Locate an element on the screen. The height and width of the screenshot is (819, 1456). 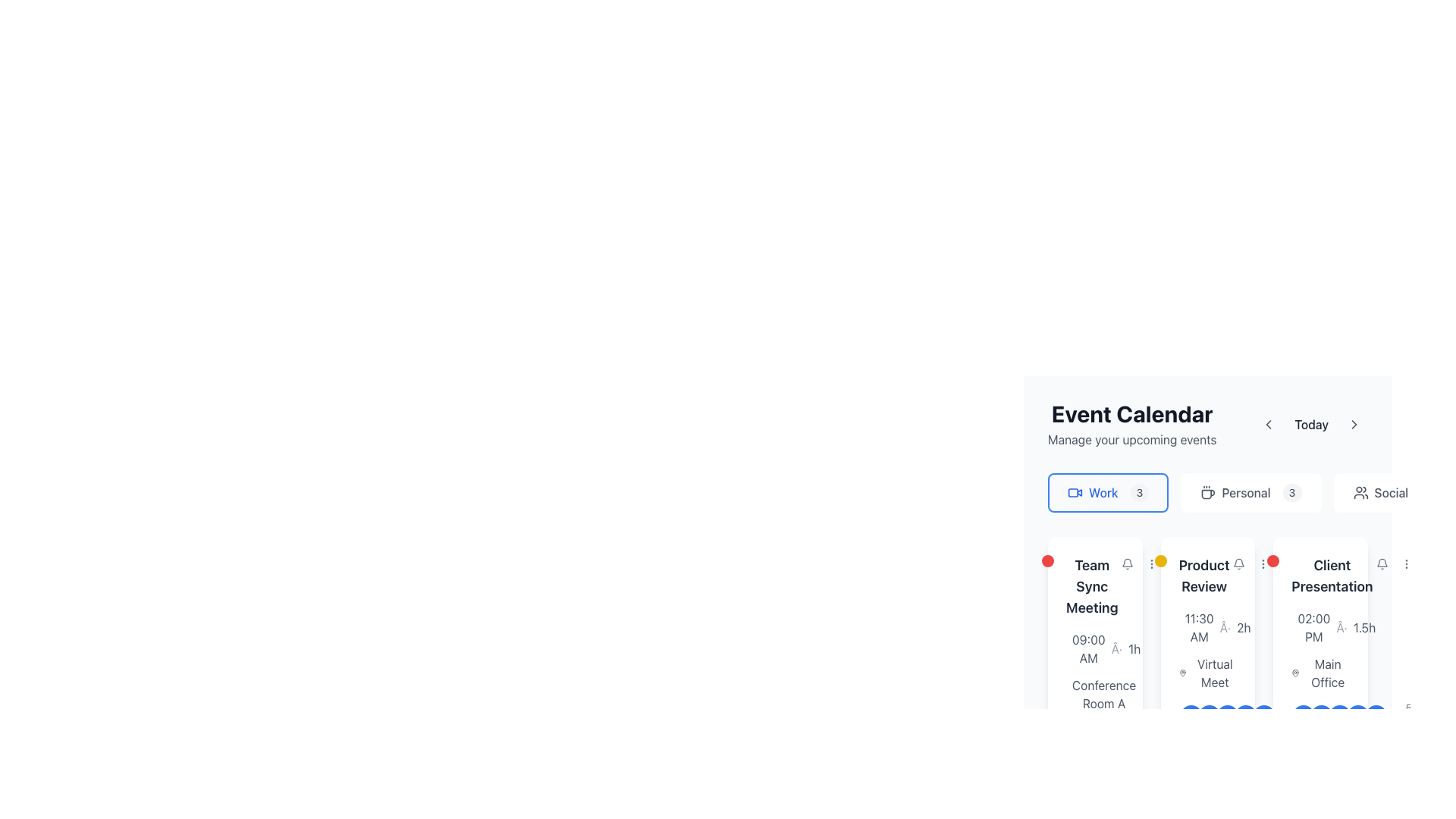
the outermost circular boundary of the clock icon within the 'Client Presentation' event card located in the third column of the event list under the 'Event Calendar' is located at coordinates (1300, 631).